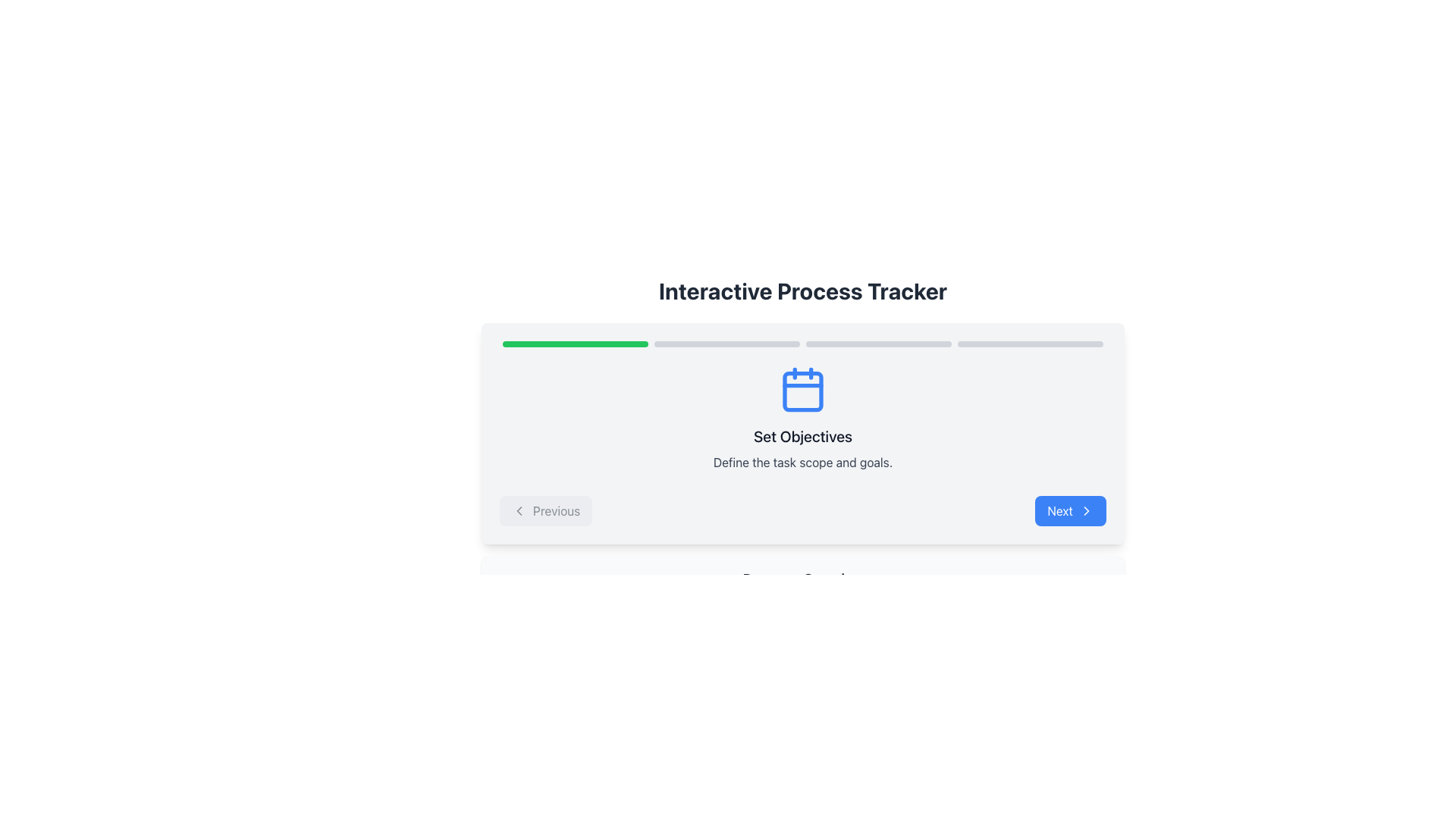  I want to click on the progress bar that indicates the user's advancement through a four-step process, located centrally near the top of the 'Set Objectives Define the task scope and goals' section, so click(802, 344).